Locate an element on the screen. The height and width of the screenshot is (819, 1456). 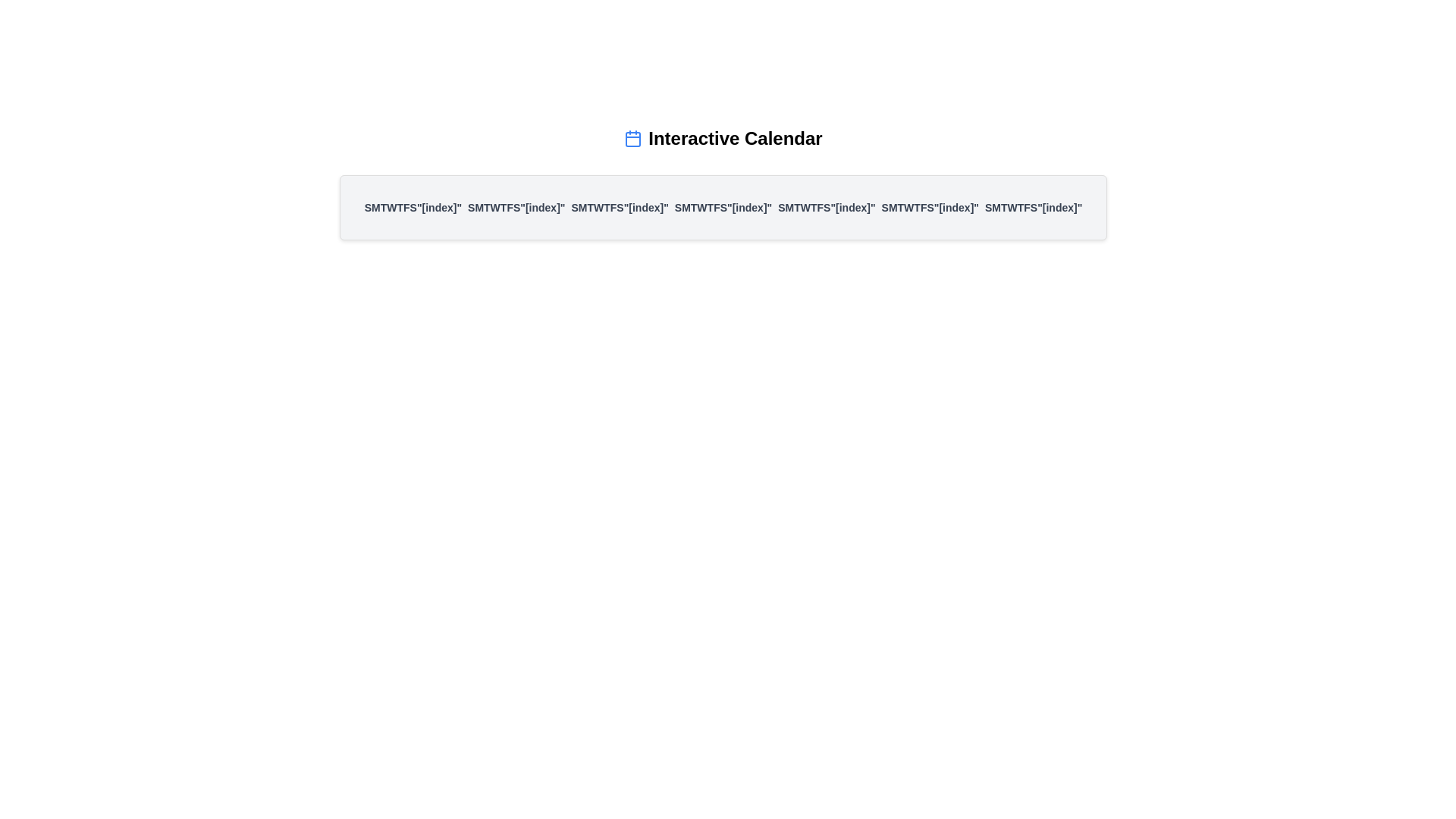
the first text label element displaying 'SMTWTFS[1]' in a small and bold gray font, located at the leftmost position of a horizontally aligned grid is located at coordinates (413, 207).